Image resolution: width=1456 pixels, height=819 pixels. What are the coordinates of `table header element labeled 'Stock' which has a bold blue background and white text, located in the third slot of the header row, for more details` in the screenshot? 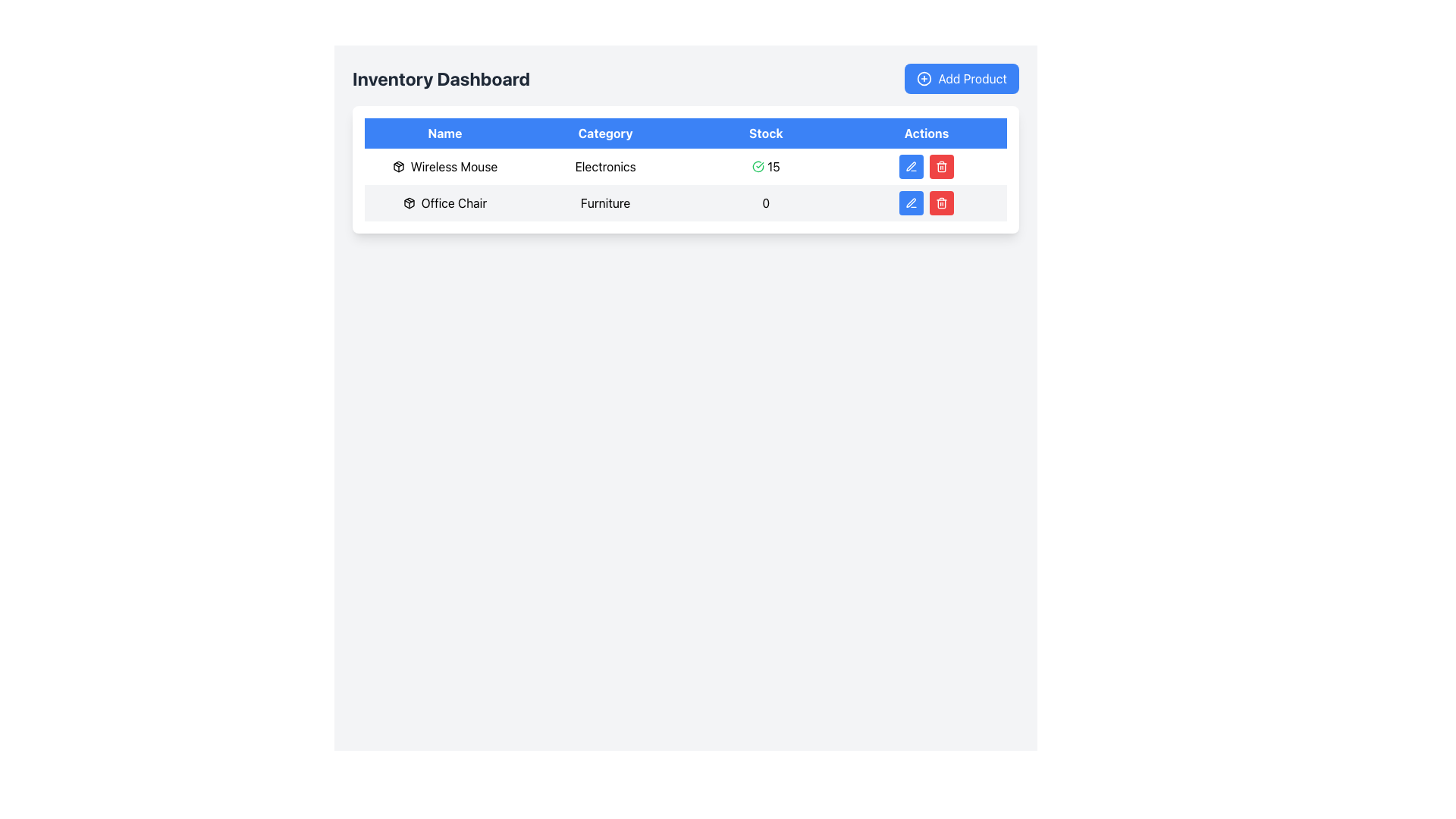 It's located at (766, 133).